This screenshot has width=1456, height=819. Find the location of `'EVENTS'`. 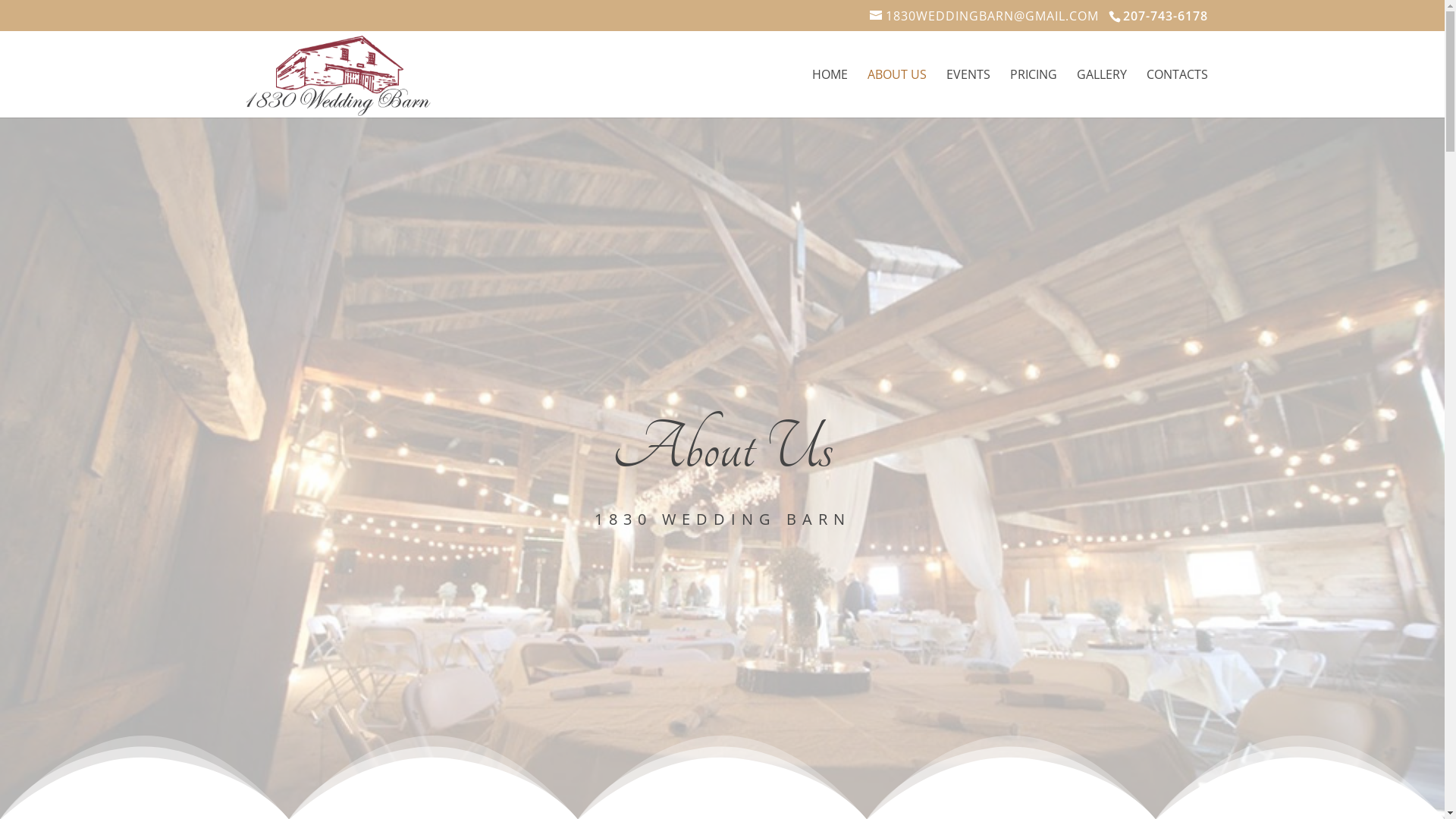

'EVENTS' is located at coordinates (967, 93).